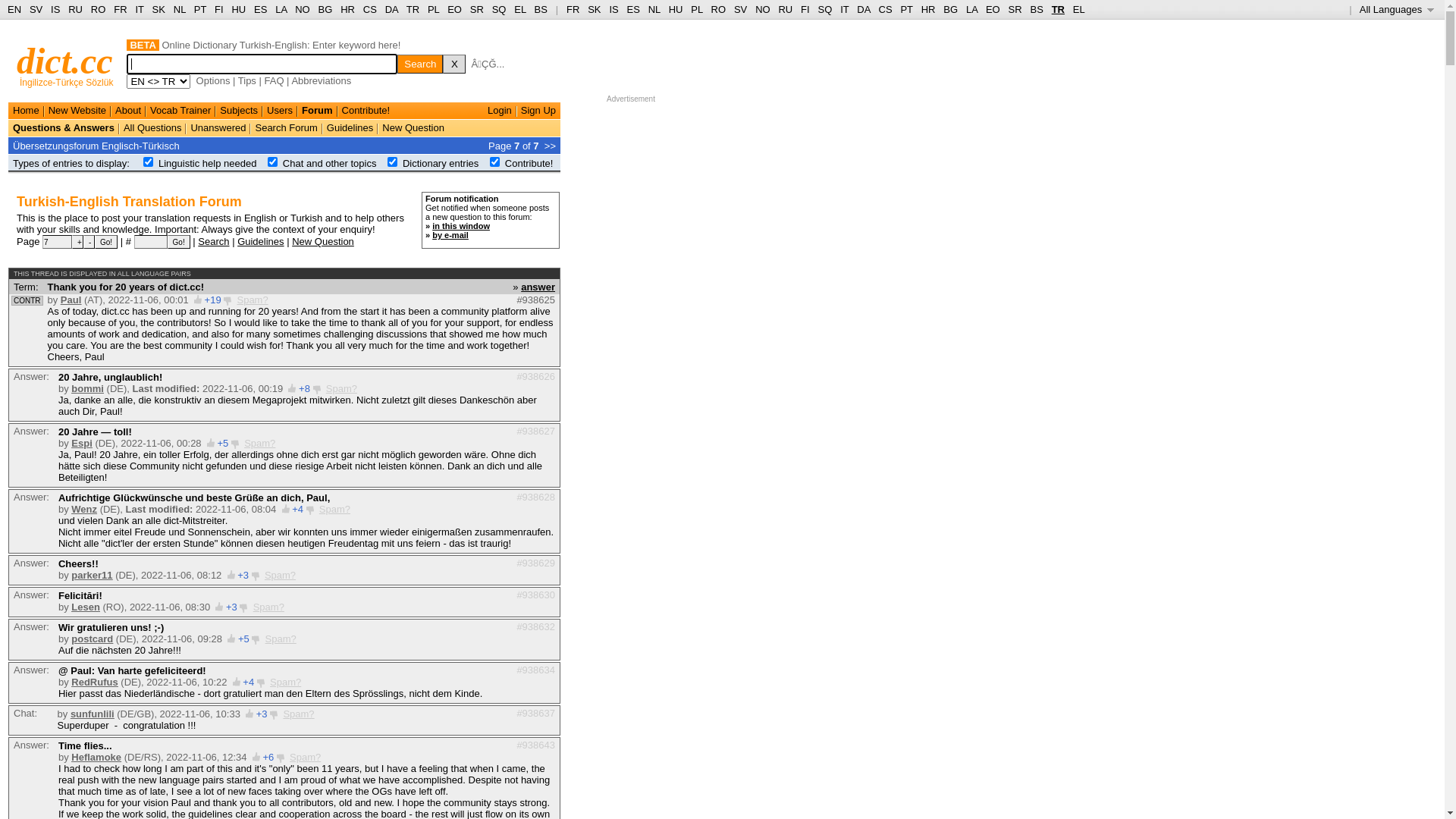 This screenshot has height=819, width=1456. I want to click on 'Abbreviations', so click(320, 80).